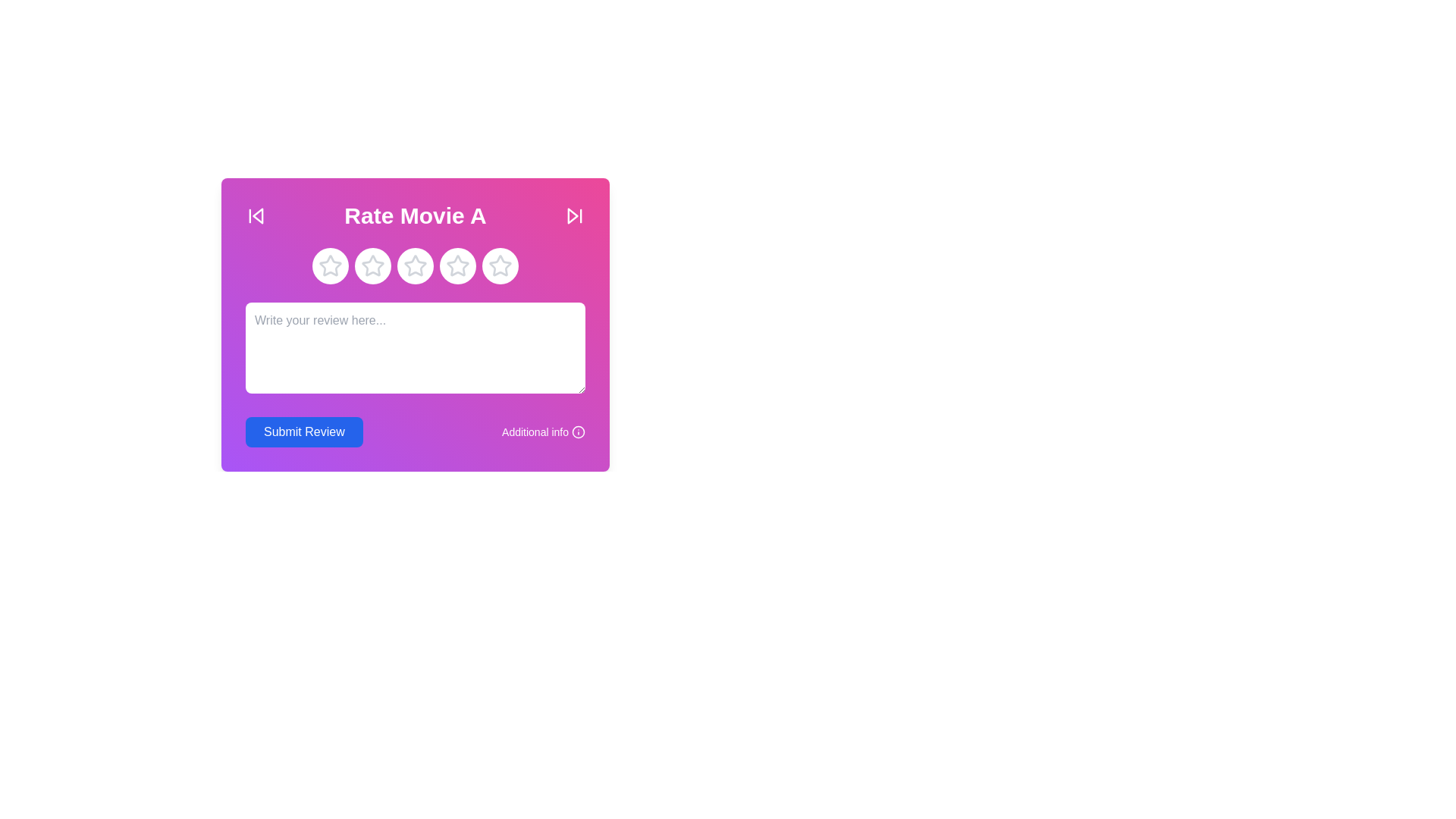  Describe the element at coordinates (303, 432) in the screenshot. I see `the submission button located in the bottom-left corner of the modal` at that location.